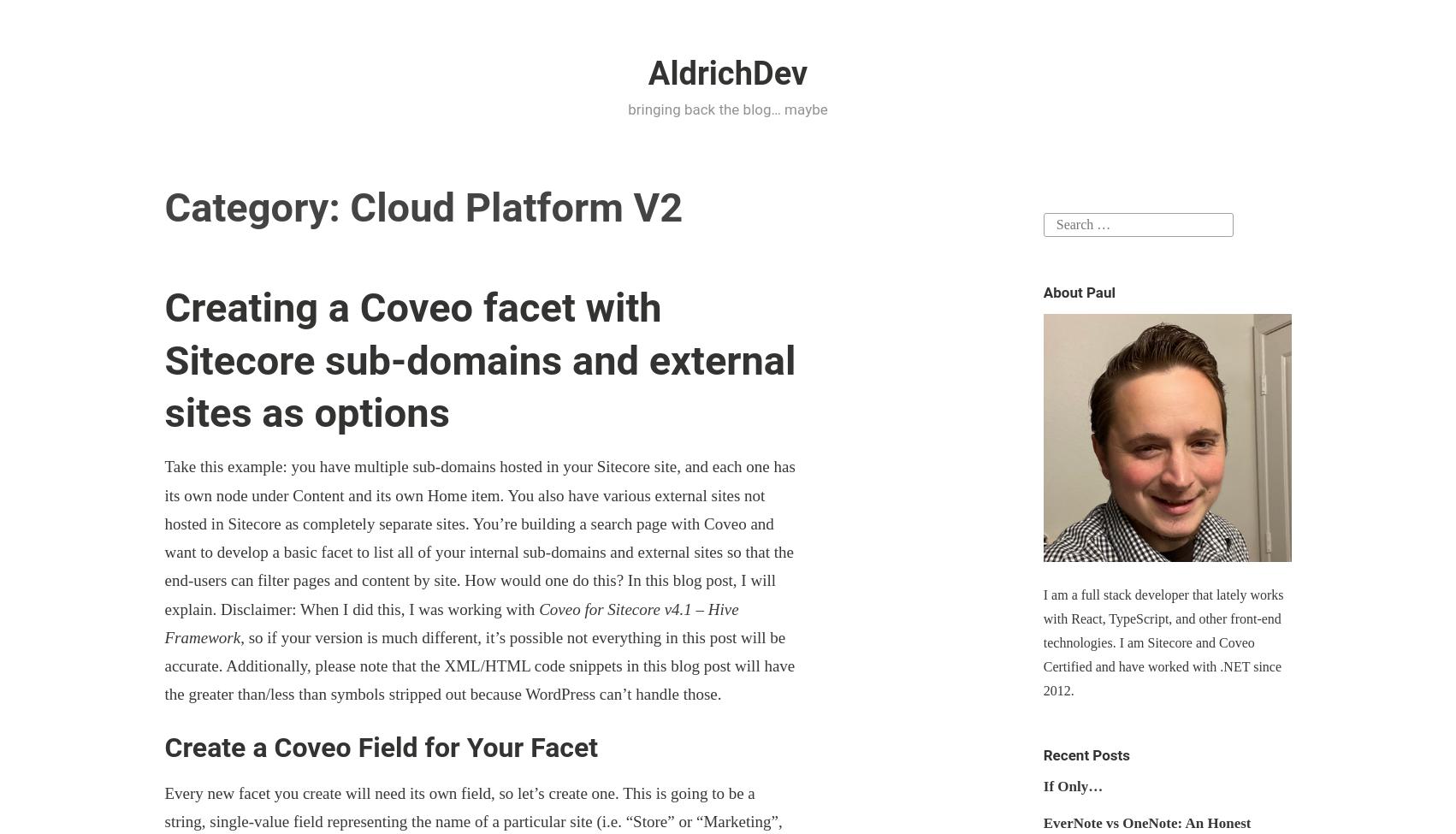  I want to click on 'Creating a Coveo facet with Sitecore sub-domains and external sites as options', so click(478, 359).